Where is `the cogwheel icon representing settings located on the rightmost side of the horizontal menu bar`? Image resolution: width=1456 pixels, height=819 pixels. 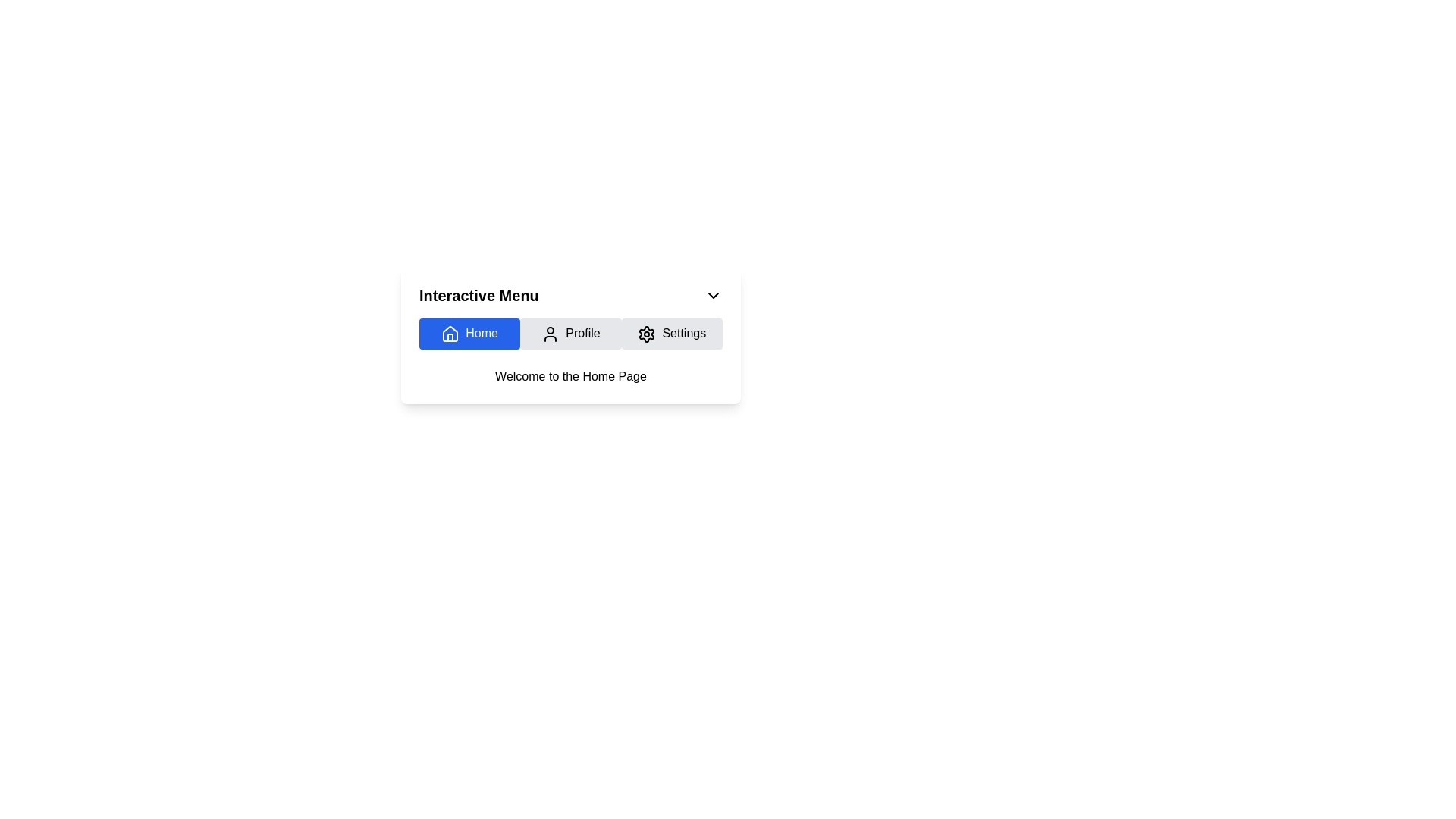 the cogwheel icon representing settings located on the rightmost side of the horizontal menu bar is located at coordinates (647, 333).